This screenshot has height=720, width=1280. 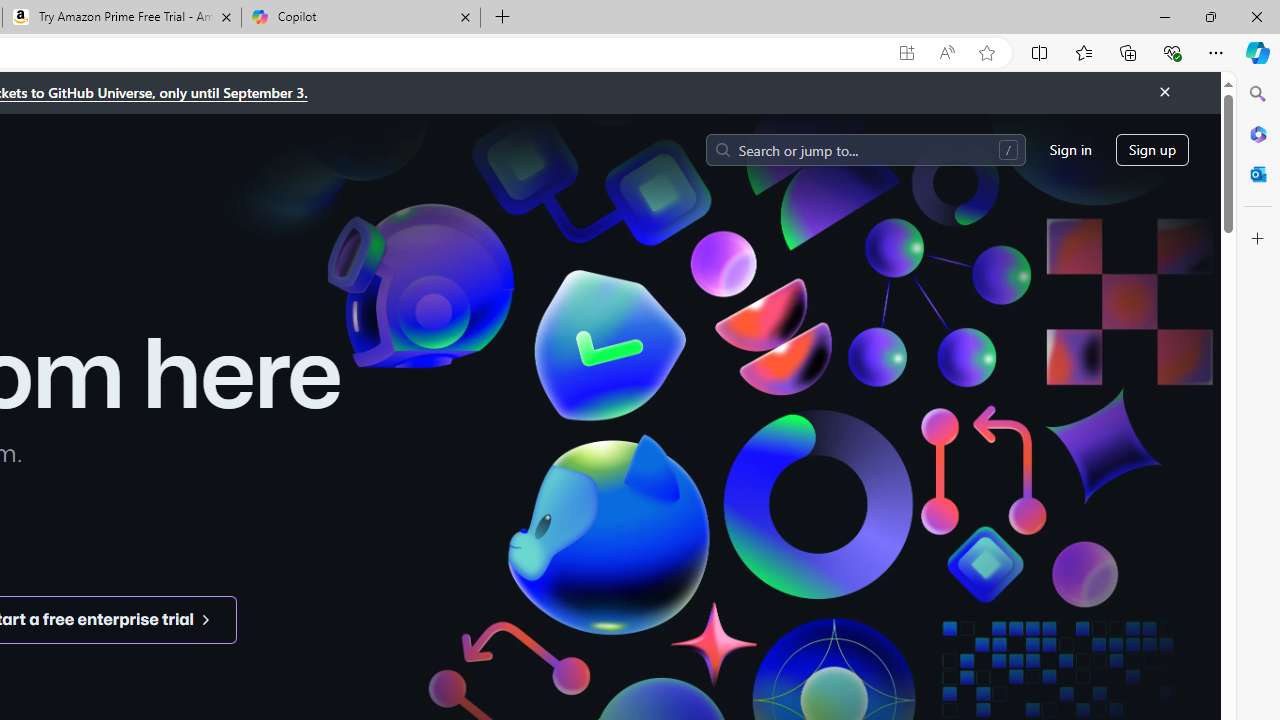 I want to click on 'Customize', so click(x=1257, y=238).